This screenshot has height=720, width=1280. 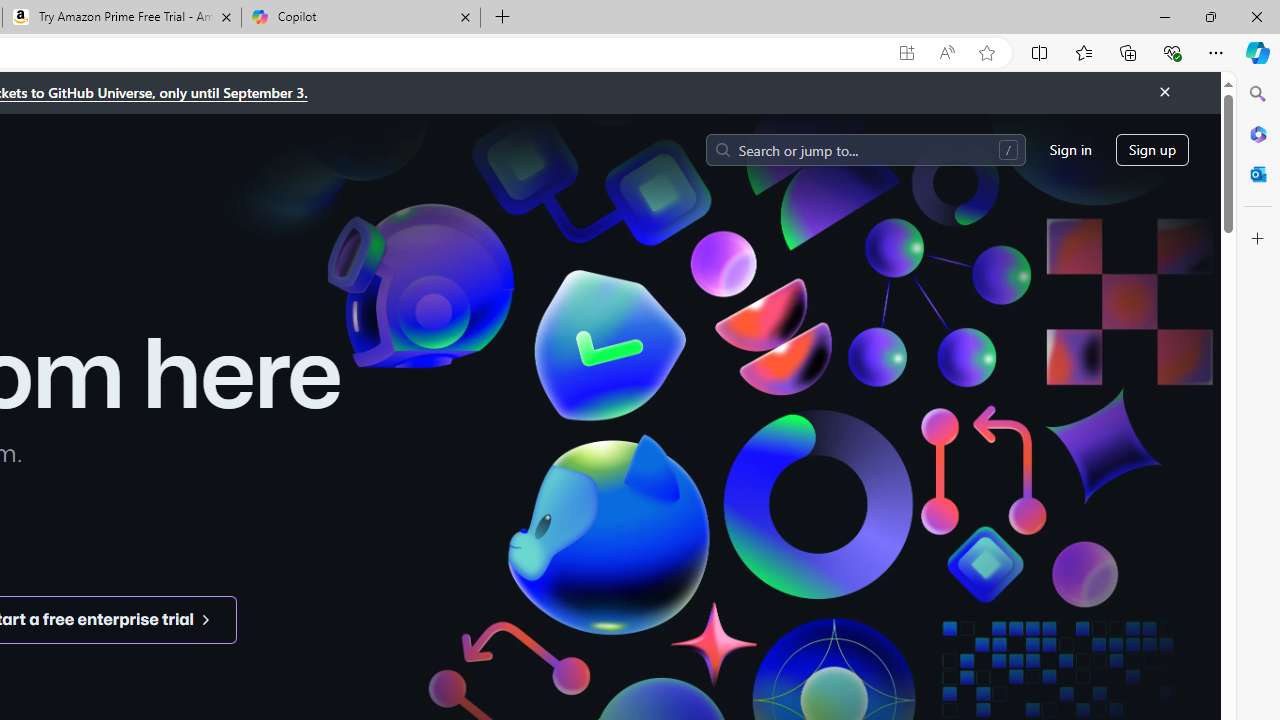 I want to click on 'Customize', so click(x=1257, y=238).